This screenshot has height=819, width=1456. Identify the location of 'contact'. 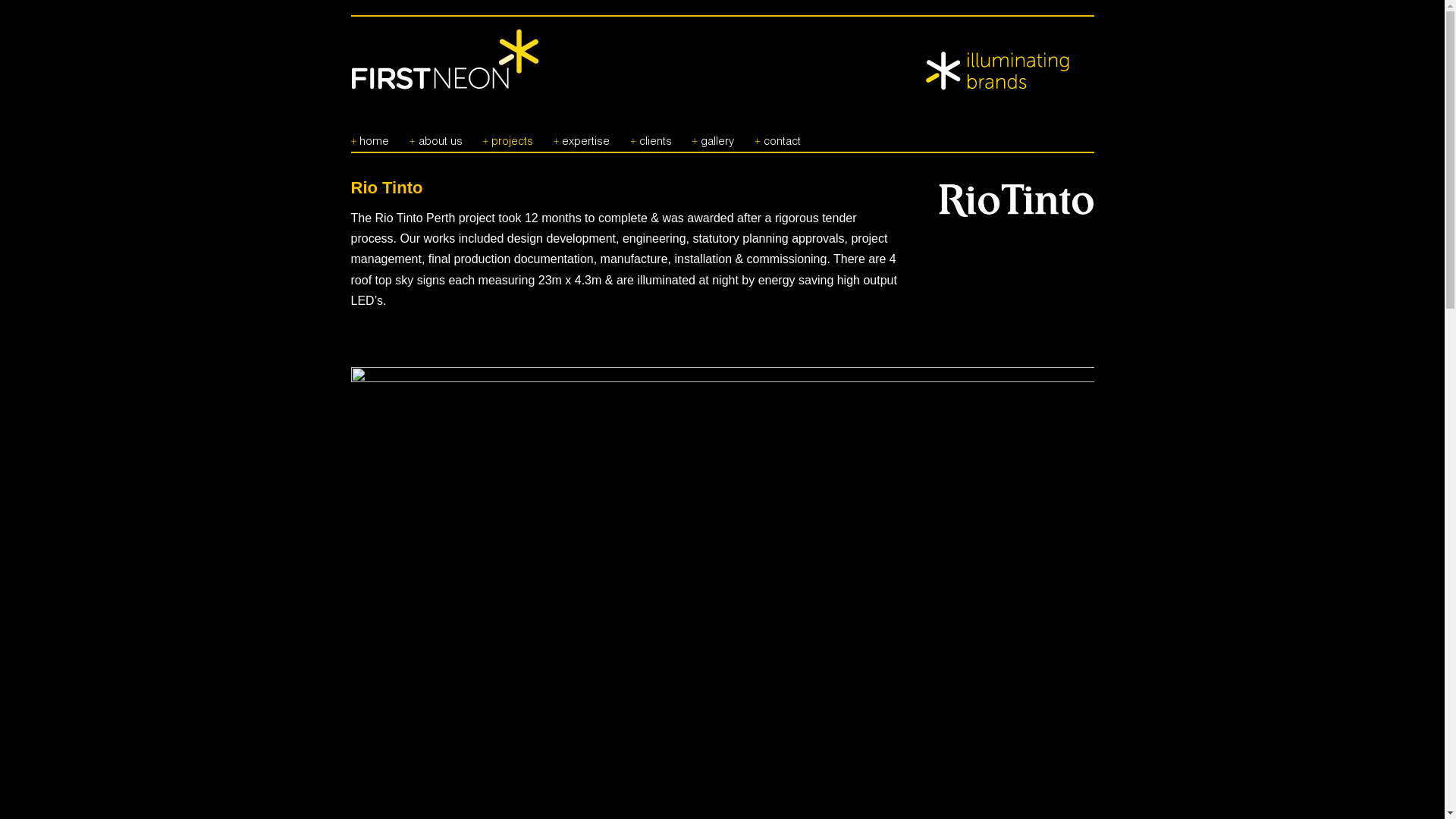
(777, 135).